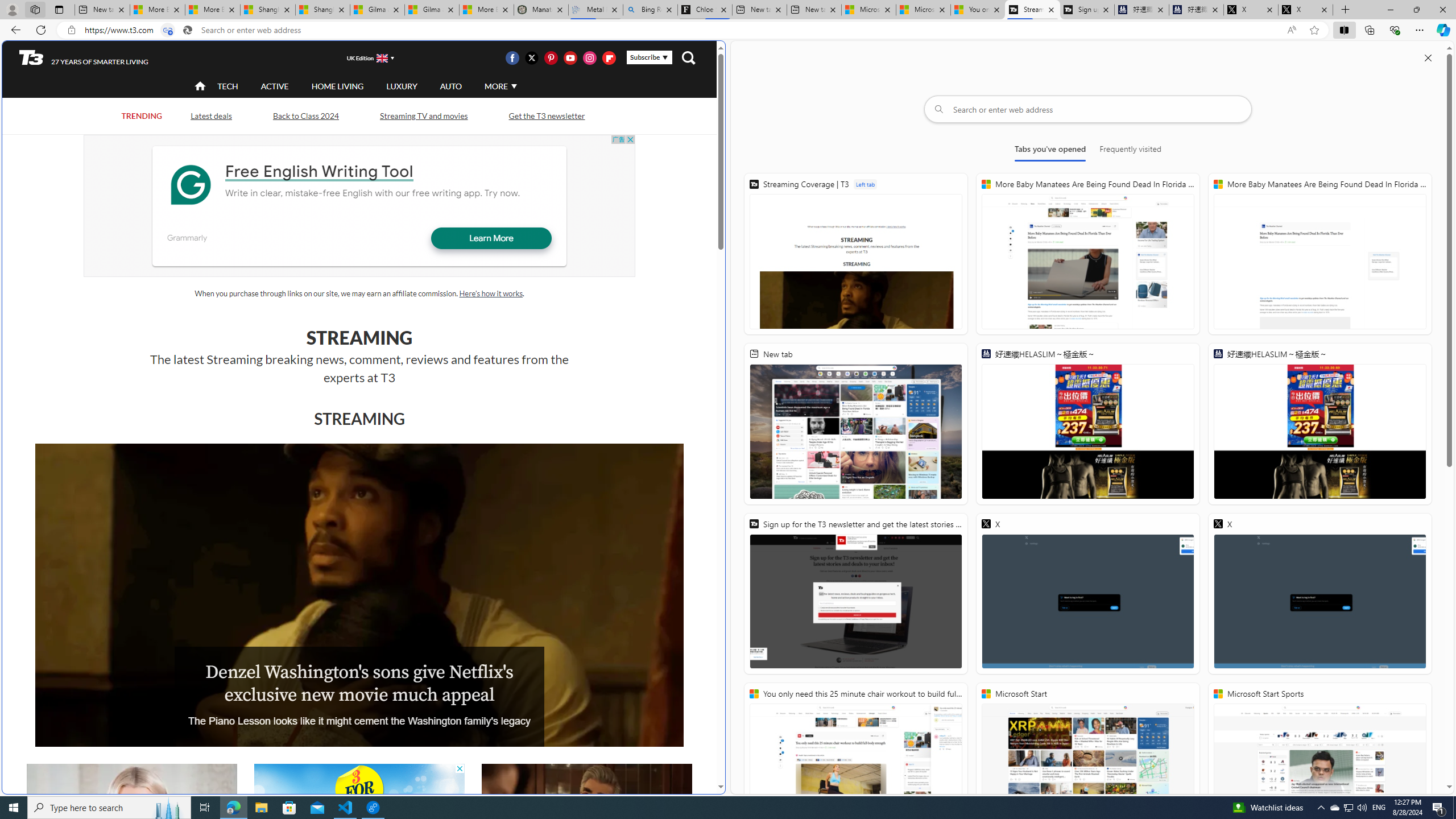 The height and width of the screenshot is (819, 1456). What do you see at coordinates (382, 57) in the screenshot?
I see `'flag of UK'` at bounding box center [382, 57].